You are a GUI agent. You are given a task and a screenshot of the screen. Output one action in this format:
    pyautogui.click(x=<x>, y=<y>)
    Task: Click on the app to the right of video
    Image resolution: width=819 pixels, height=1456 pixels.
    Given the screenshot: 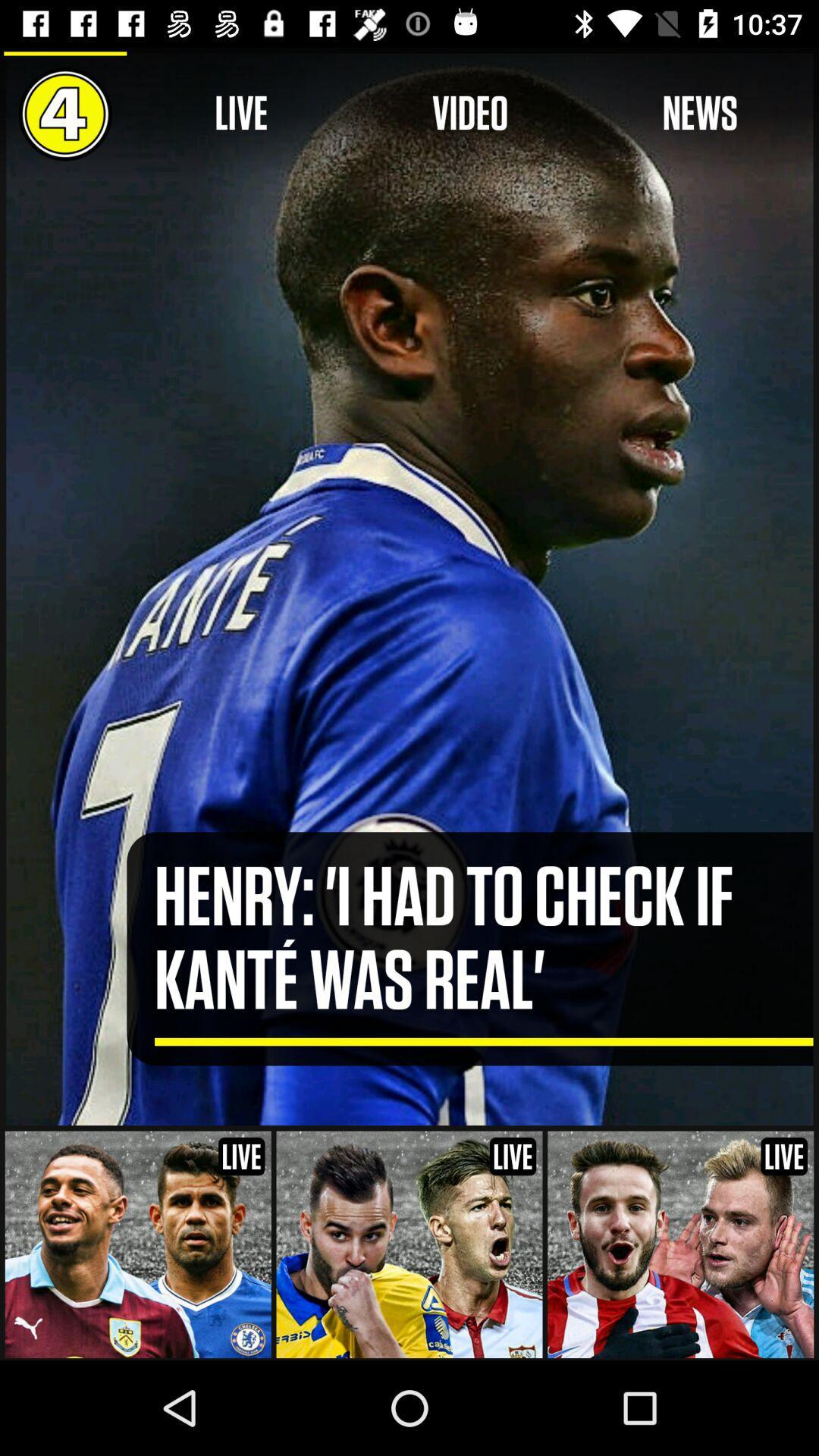 What is the action you would take?
    pyautogui.click(x=700, y=113)
    